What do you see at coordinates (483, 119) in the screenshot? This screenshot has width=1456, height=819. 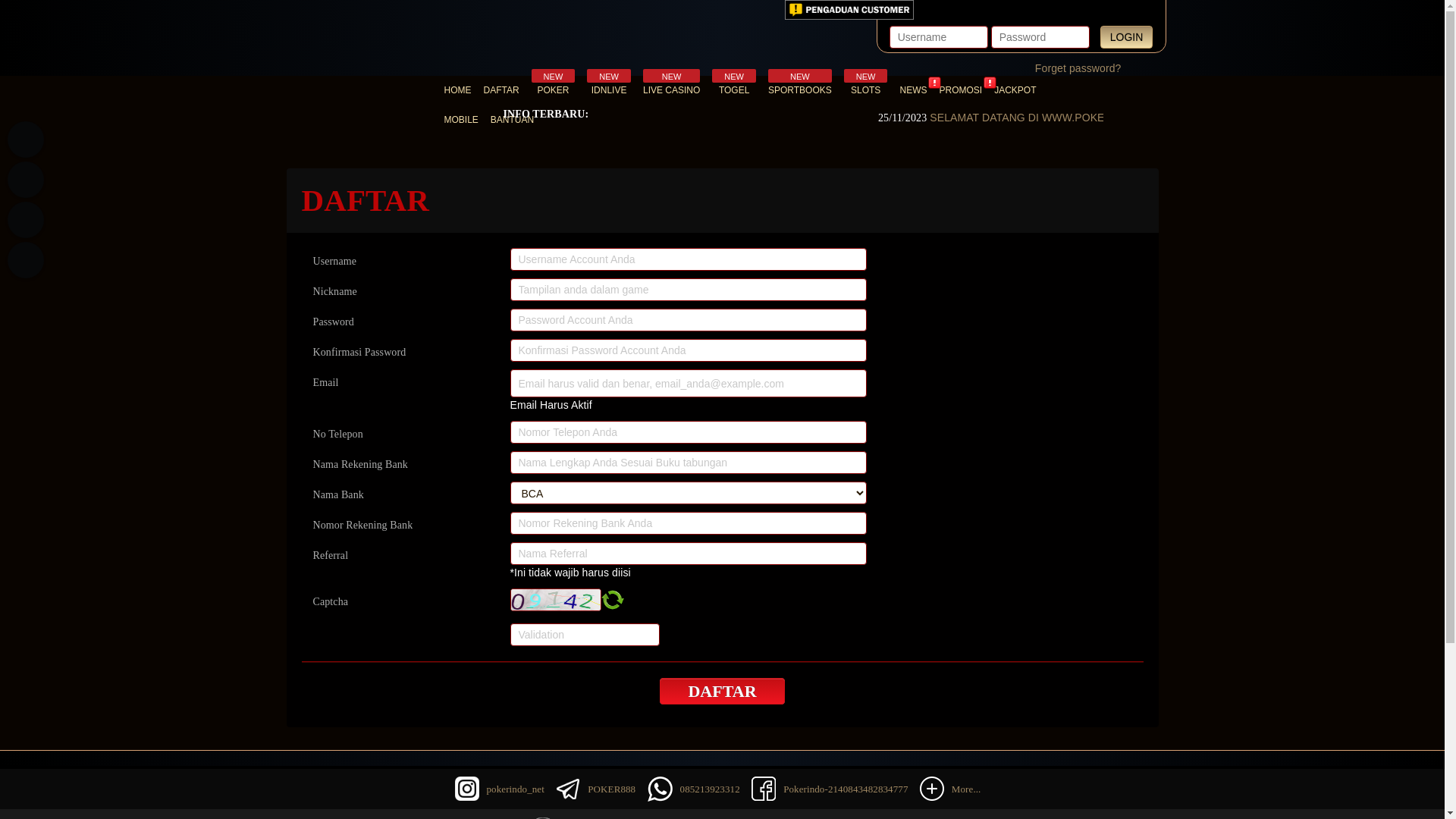 I see `'BANTUAN'` at bounding box center [483, 119].